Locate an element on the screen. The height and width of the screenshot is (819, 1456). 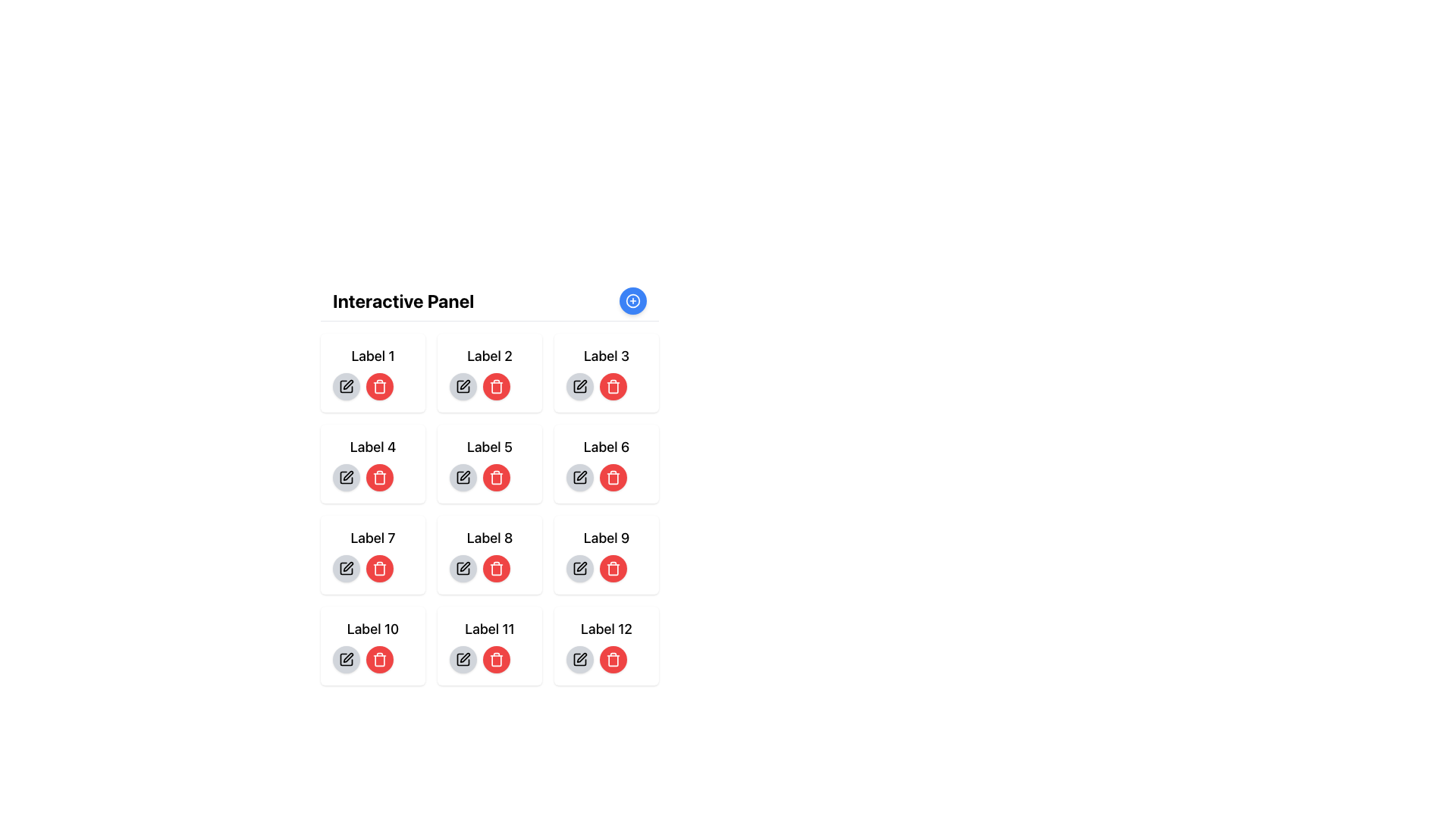
the pen or pencil icon button located in the bottom-left corner of the 'Interactive Panel' under the 'Label 10' header is located at coordinates (345, 659).